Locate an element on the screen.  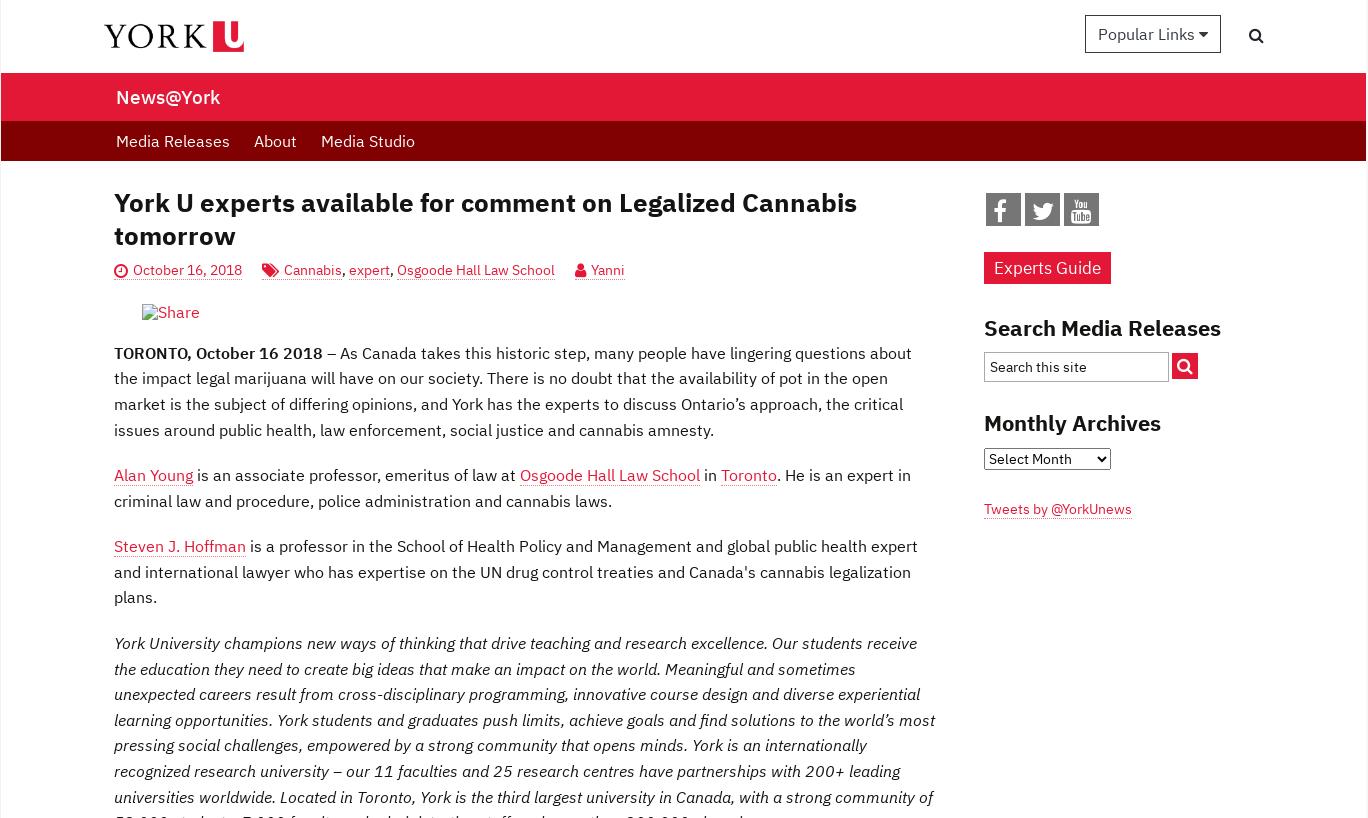
'York U experts available for comment on Legalized Cannabis tomorrow' is located at coordinates (485, 218).